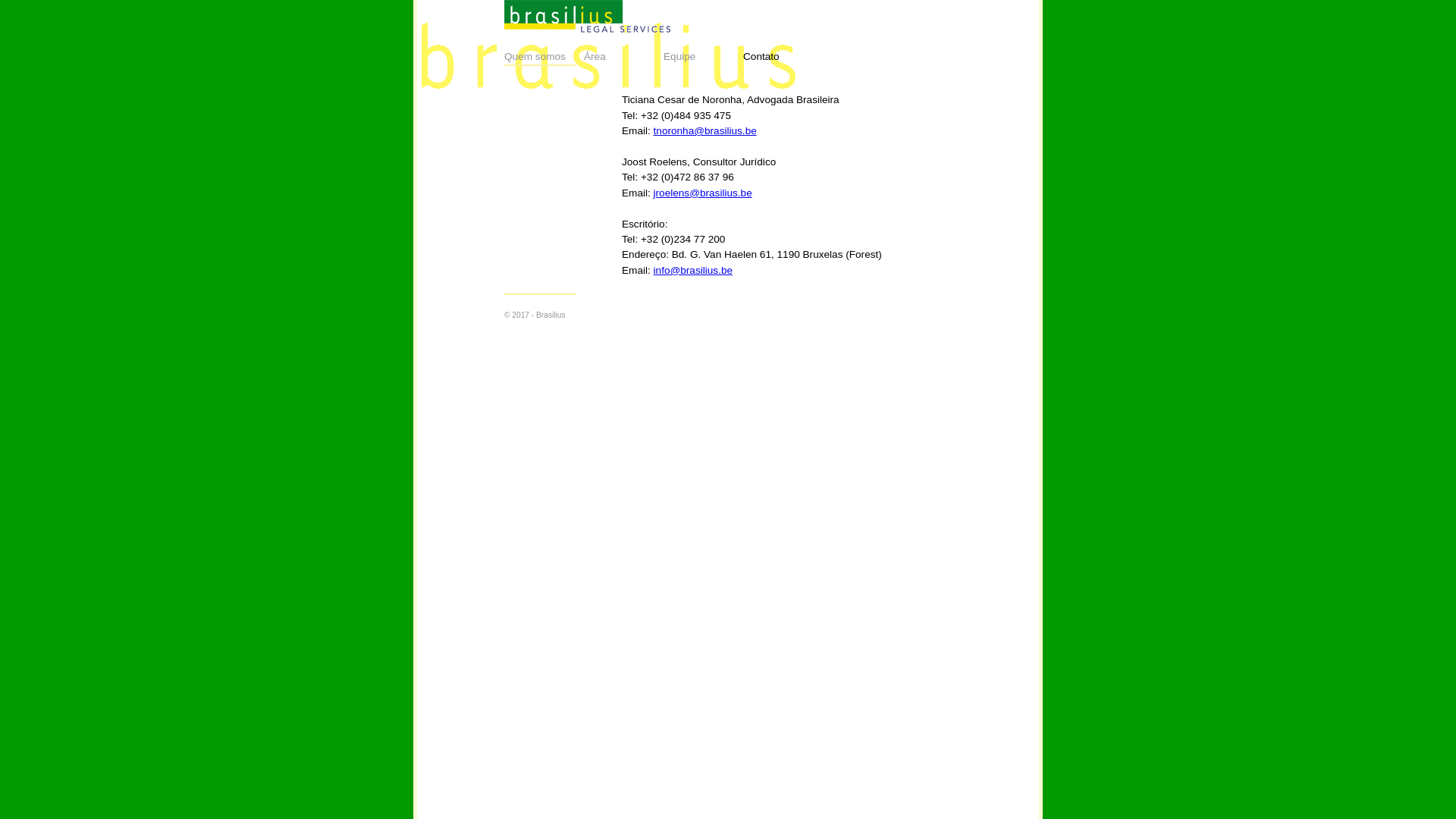 The height and width of the screenshot is (819, 1456). Describe the element at coordinates (701, 192) in the screenshot. I see `'jroelens@brasilius.be'` at that location.